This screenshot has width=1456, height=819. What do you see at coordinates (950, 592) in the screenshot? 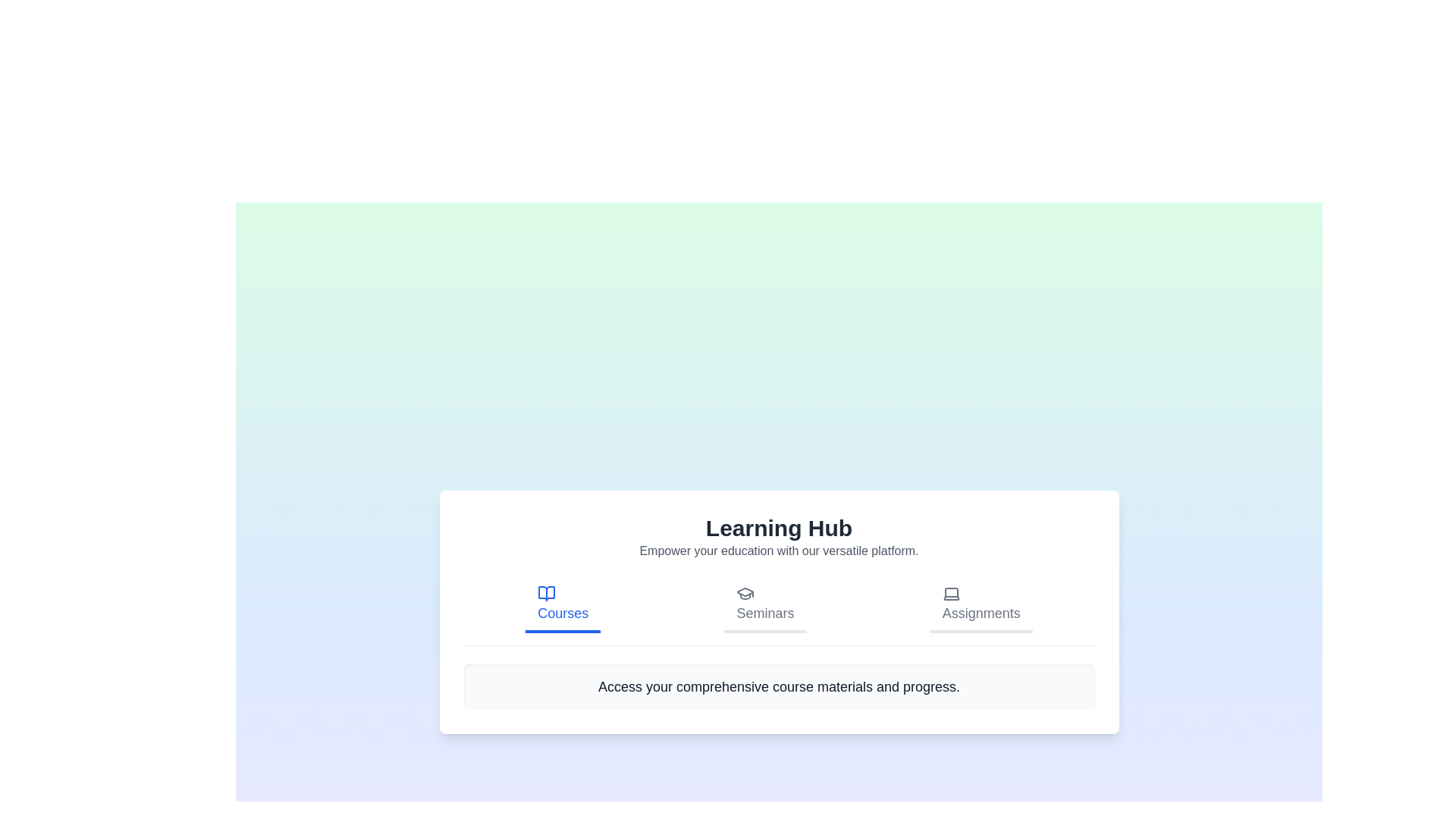
I see `the purpose of the 'Assignments' section` at bounding box center [950, 592].